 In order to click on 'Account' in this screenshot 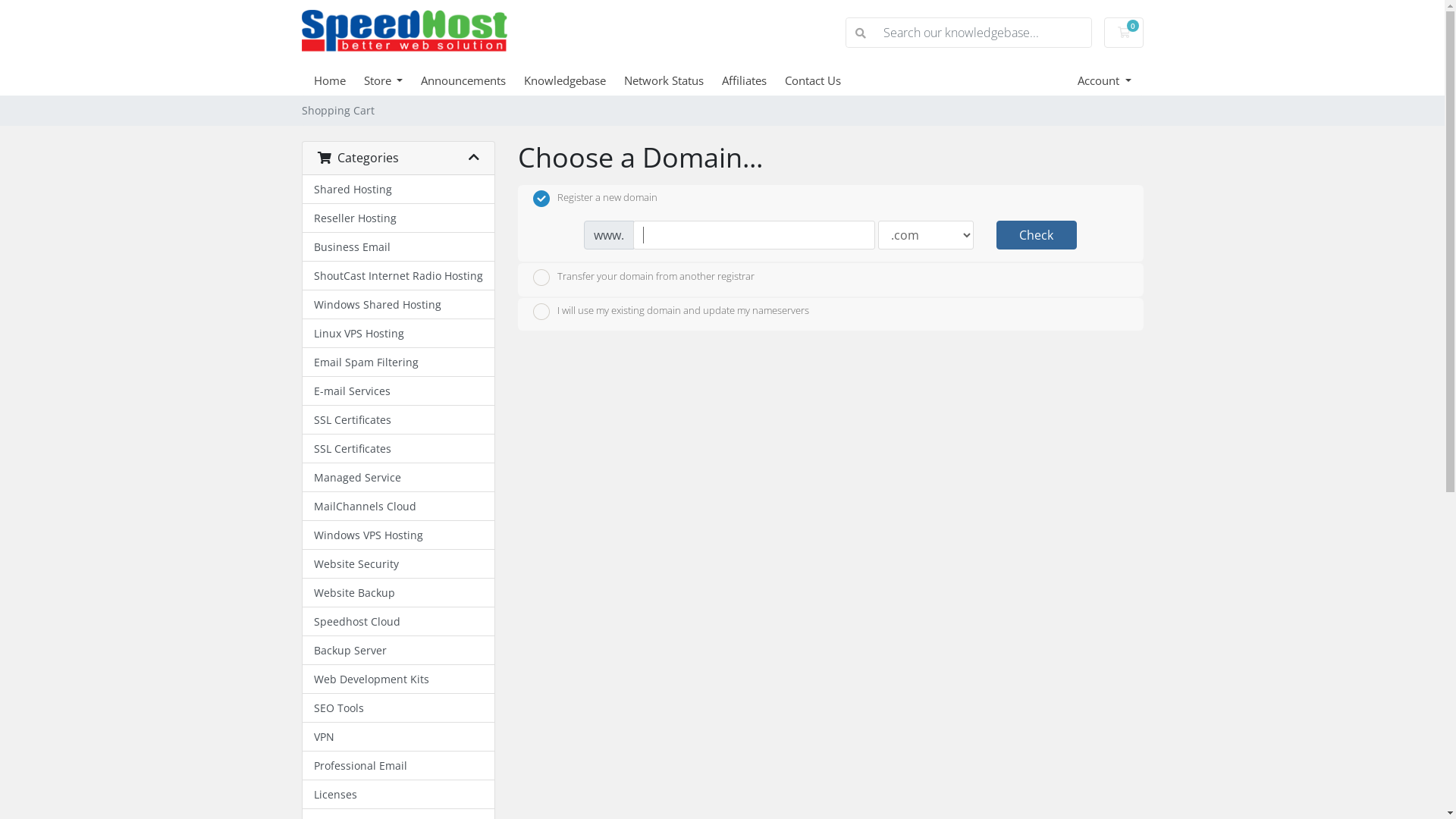, I will do `click(1104, 80)`.